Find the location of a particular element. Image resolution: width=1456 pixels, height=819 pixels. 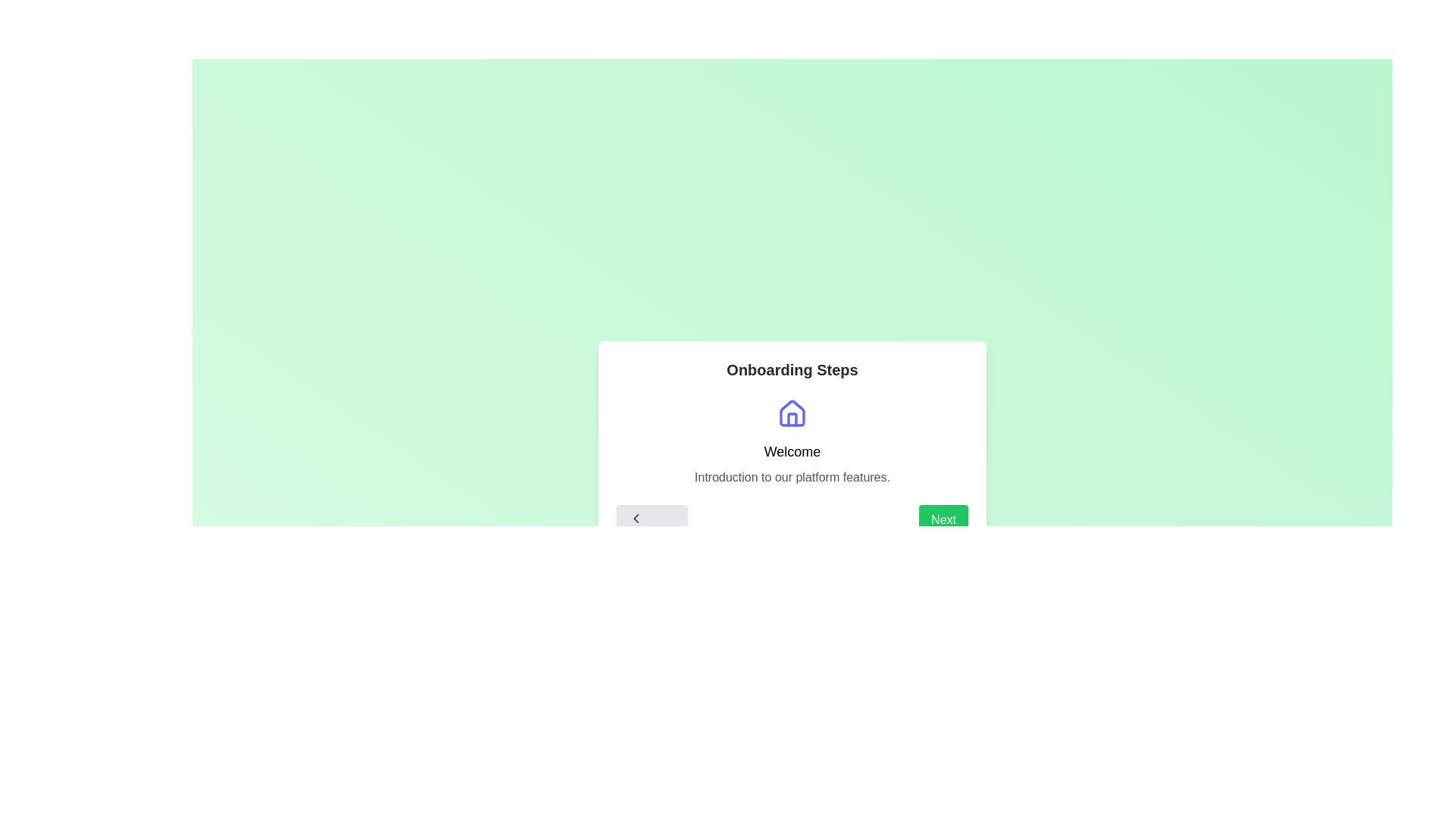

the house icon in the onboarding modal that visually supports the 'Welcome' message is located at coordinates (792, 413).